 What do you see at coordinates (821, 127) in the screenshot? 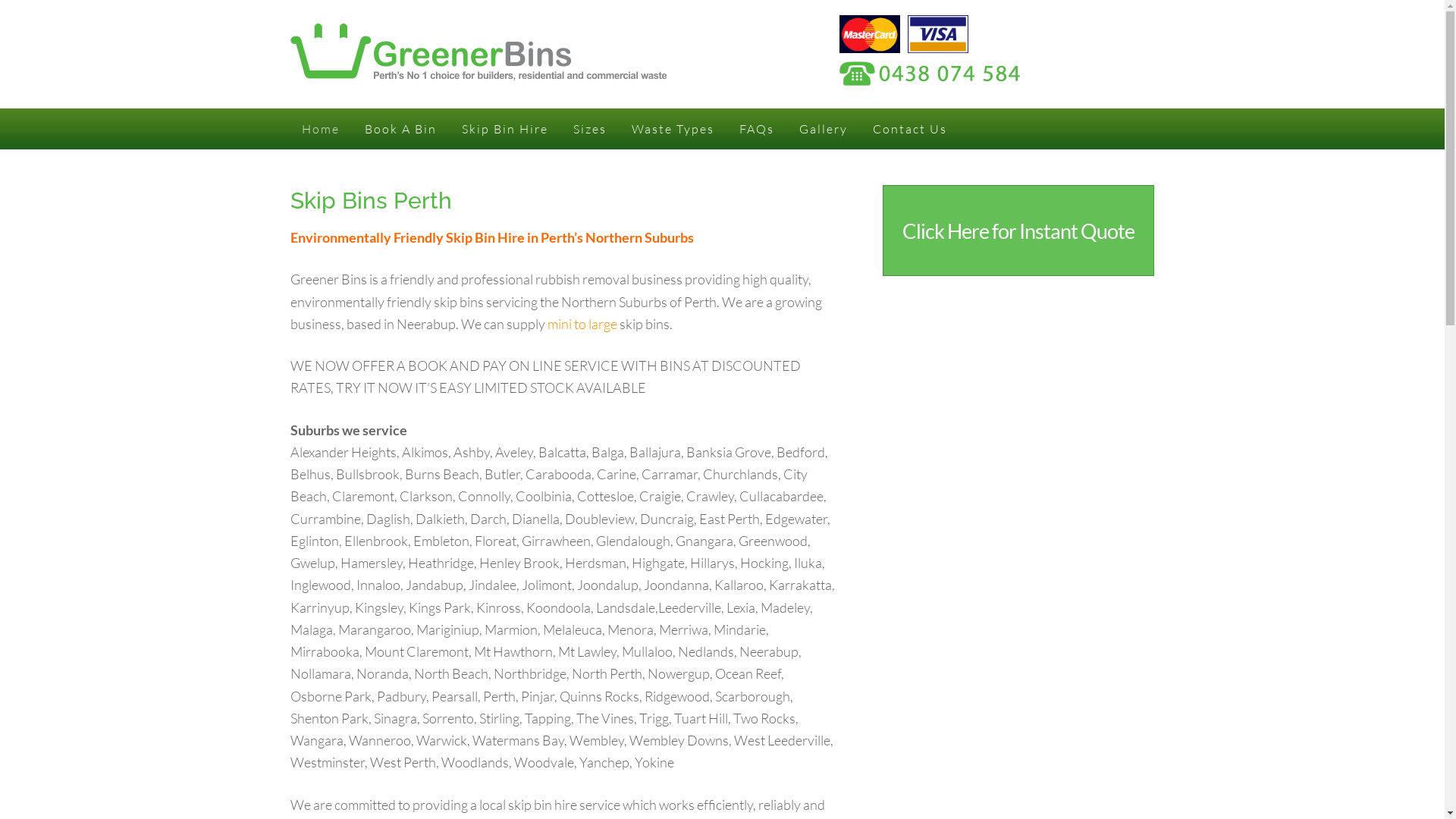
I see `'Gallery'` at bounding box center [821, 127].